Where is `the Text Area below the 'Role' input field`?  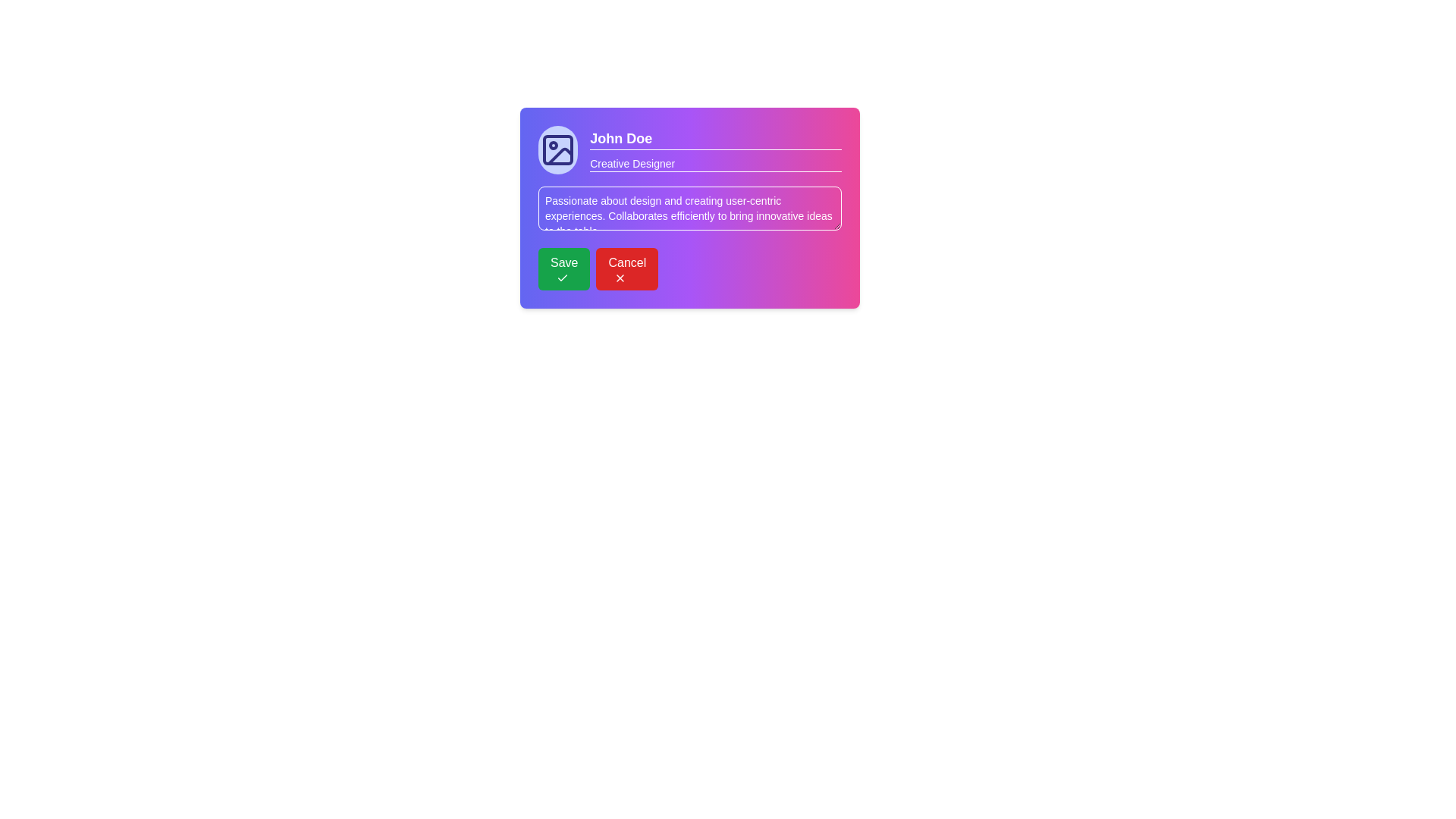 the Text Area below the 'Role' input field is located at coordinates (689, 208).